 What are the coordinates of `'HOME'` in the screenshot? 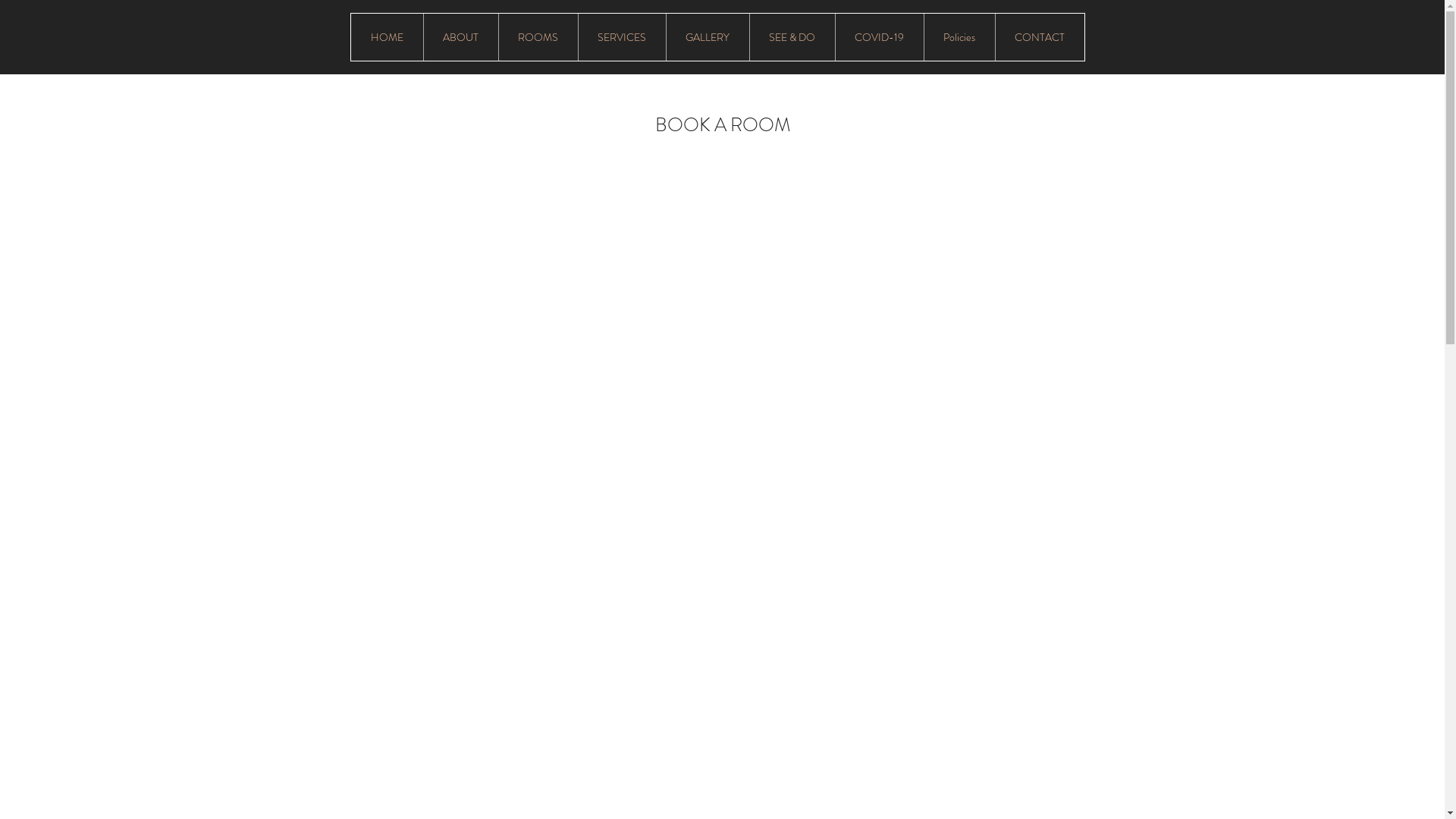 It's located at (386, 36).